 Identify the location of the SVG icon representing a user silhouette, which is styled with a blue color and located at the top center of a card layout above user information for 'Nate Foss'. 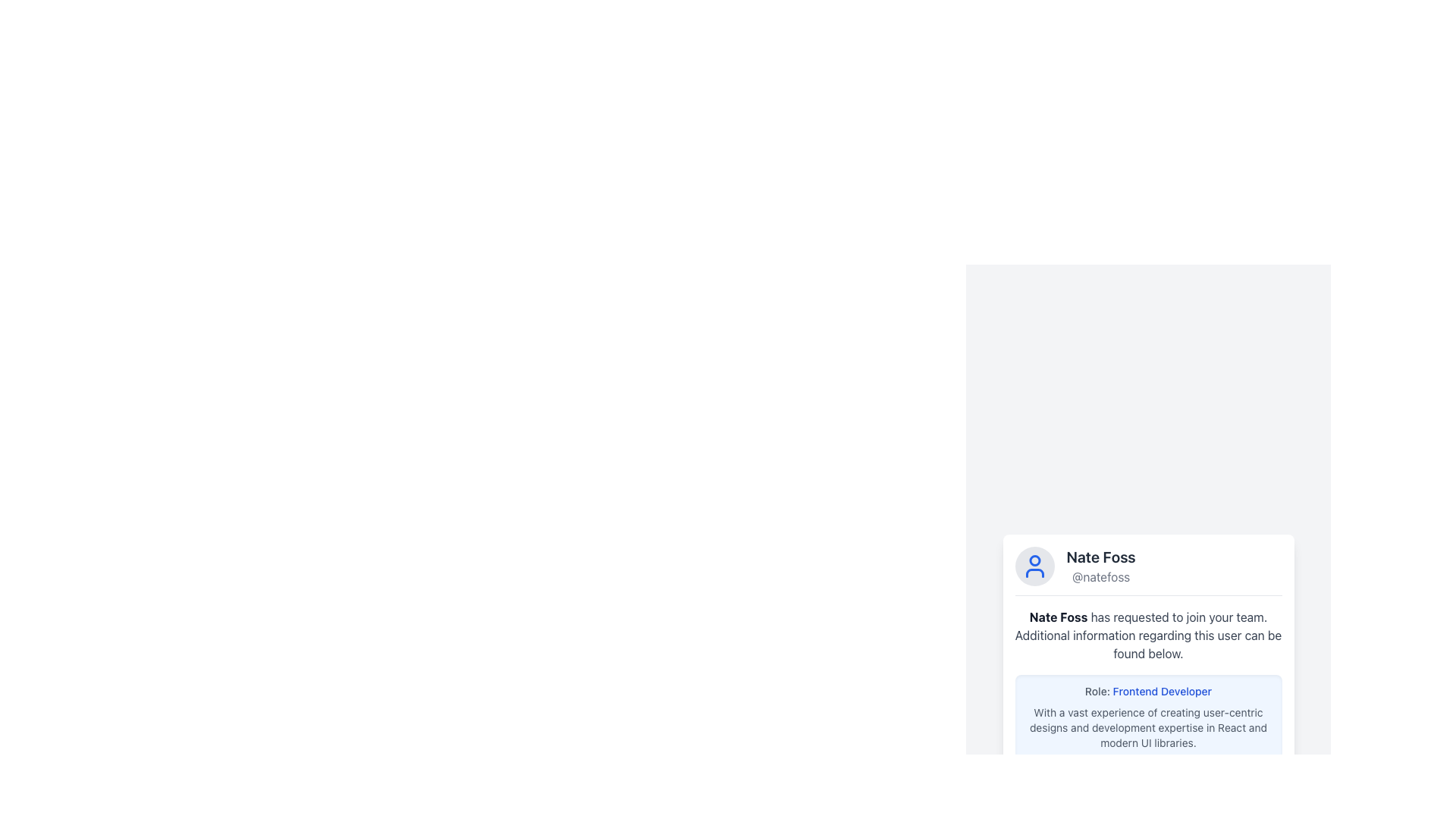
(1034, 566).